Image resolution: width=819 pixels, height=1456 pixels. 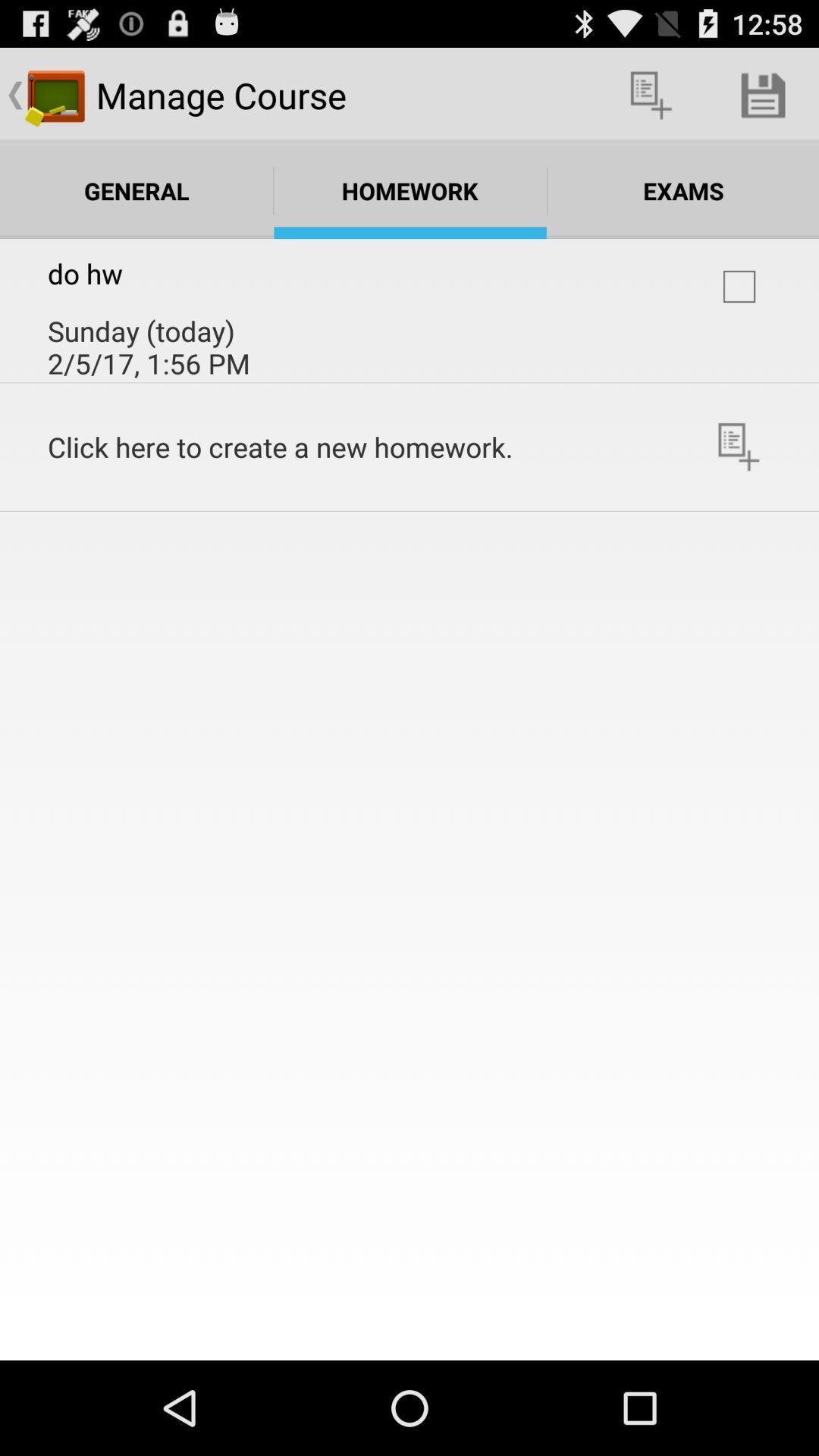 I want to click on icon above the exams, so click(x=763, y=94).